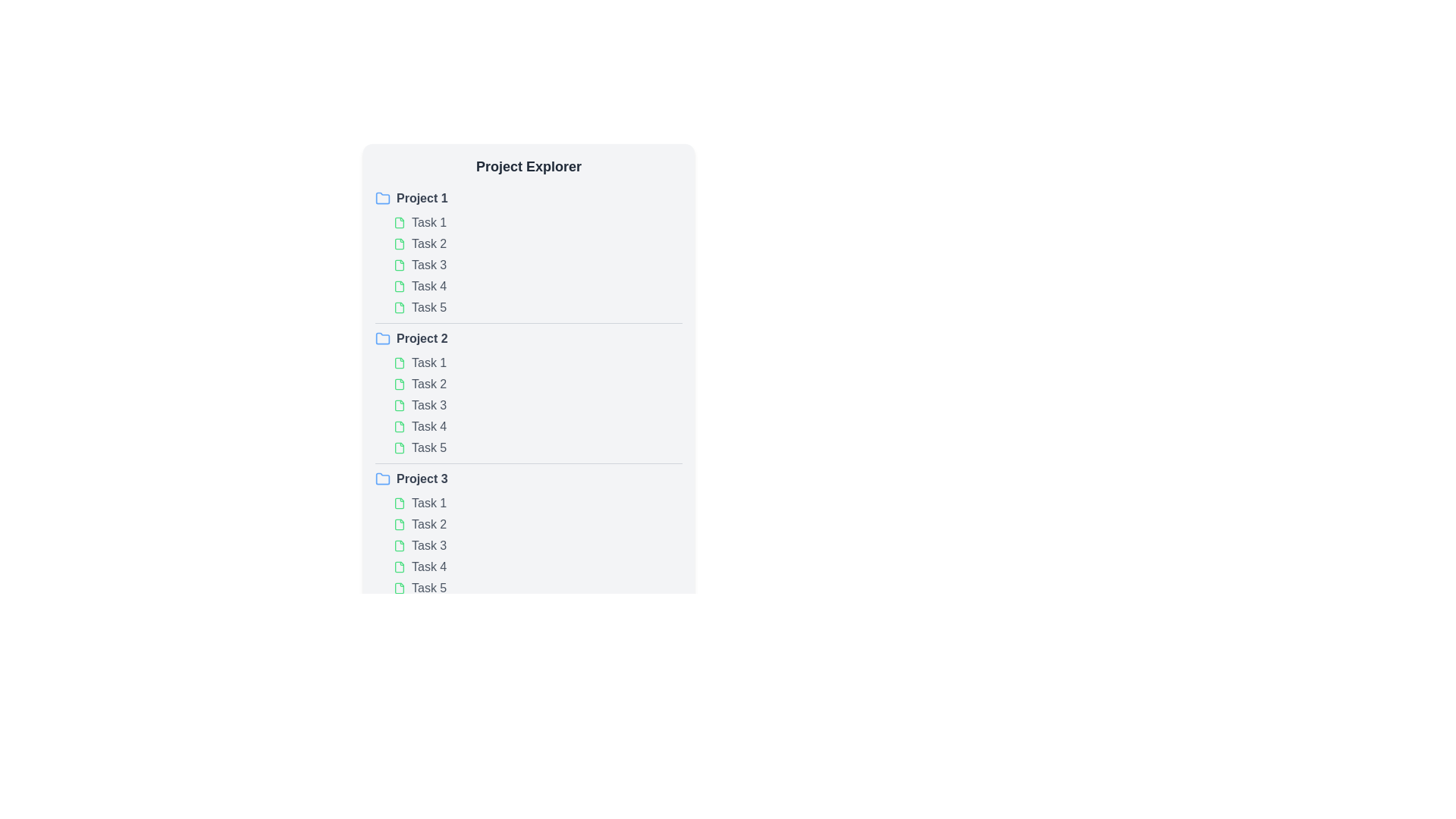 The height and width of the screenshot is (819, 1456). Describe the element at coordinates (400, 567) in the screenshot. I see `the SVG icon representing Task 4 in Project 3` at that location.